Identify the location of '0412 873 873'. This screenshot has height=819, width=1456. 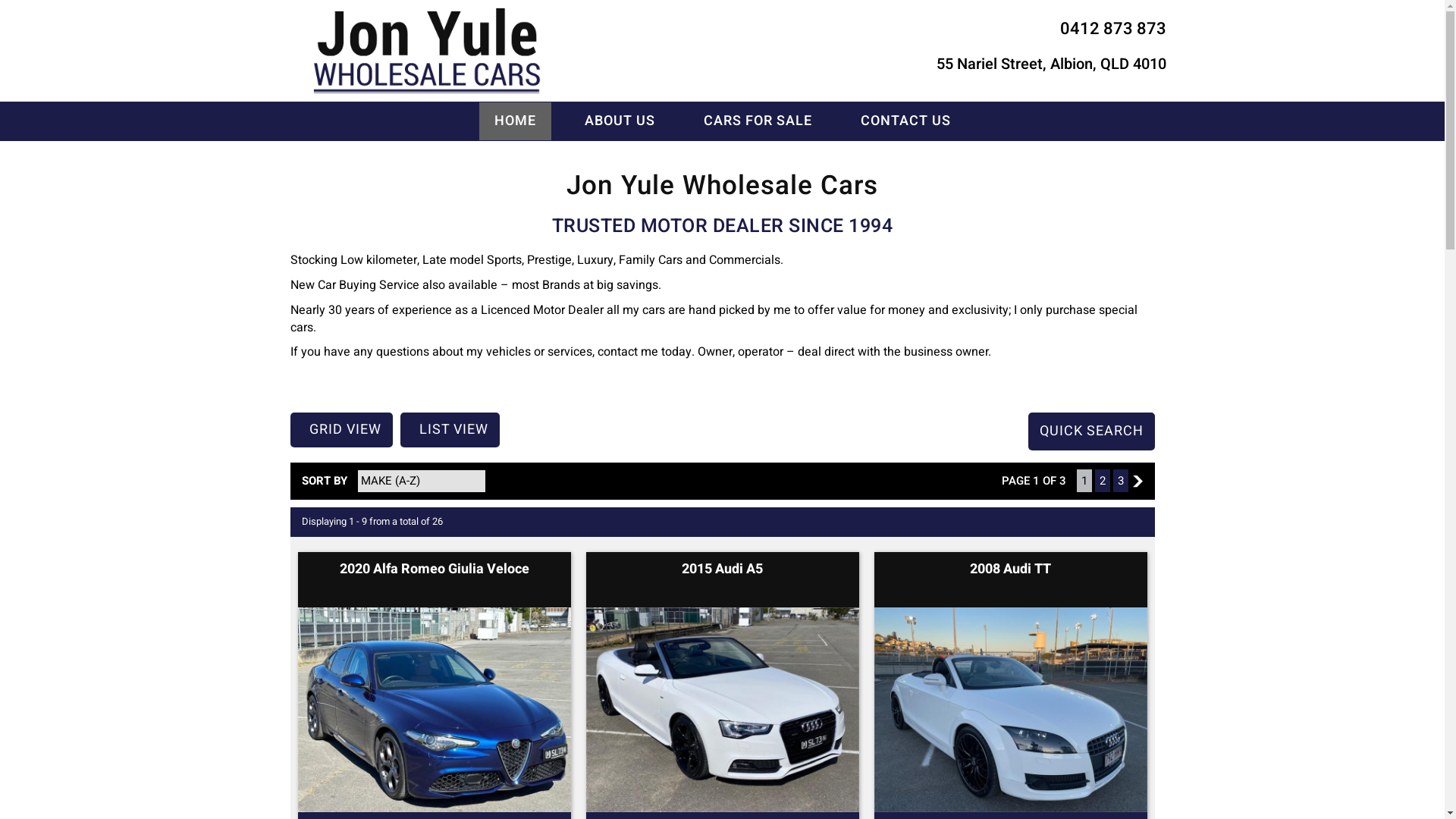
(1113, 29).